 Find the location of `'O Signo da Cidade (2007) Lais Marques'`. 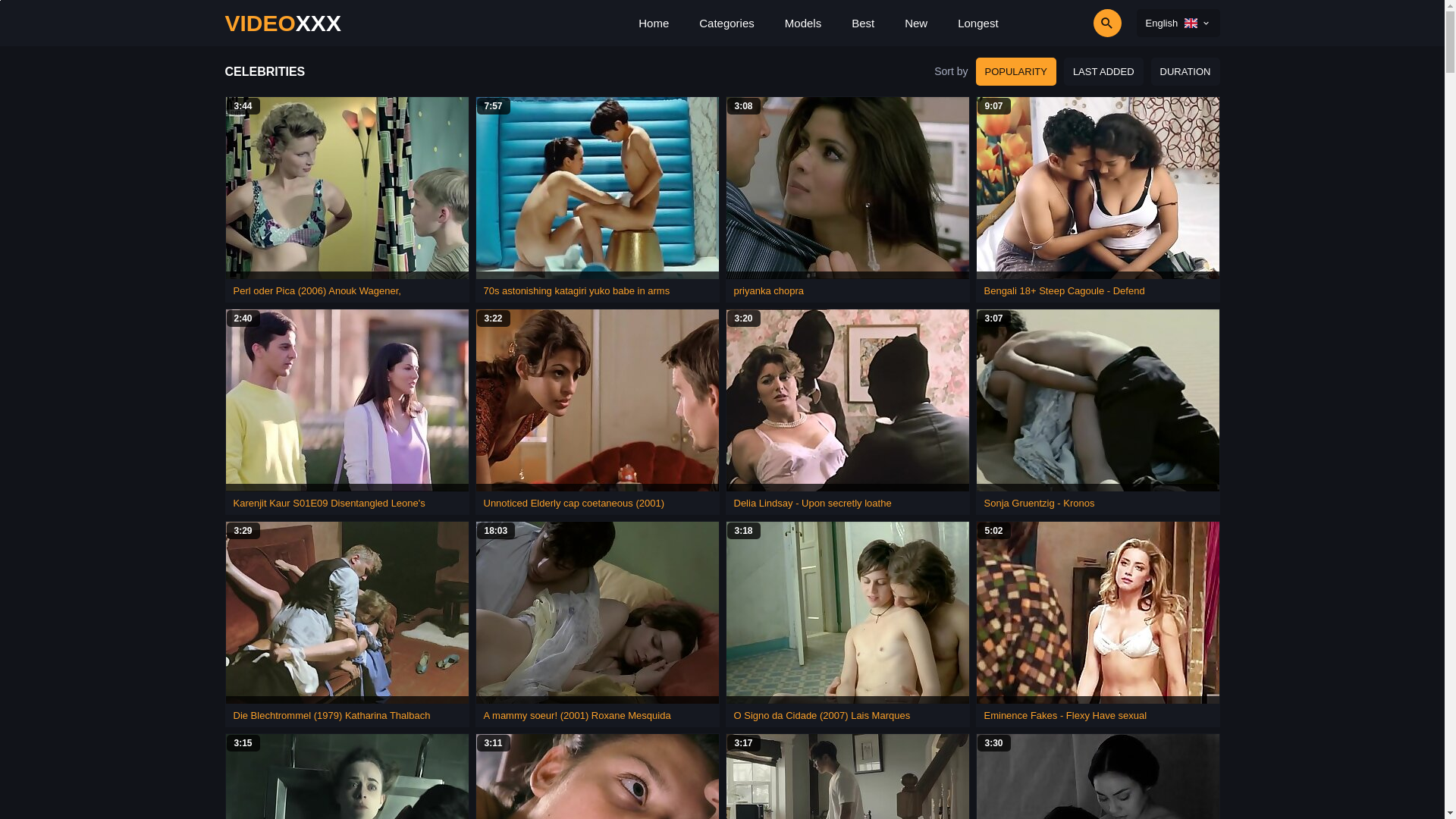

'O Signo da Cidade (2007) Lais Marques' is located at coordinates (821, 715).